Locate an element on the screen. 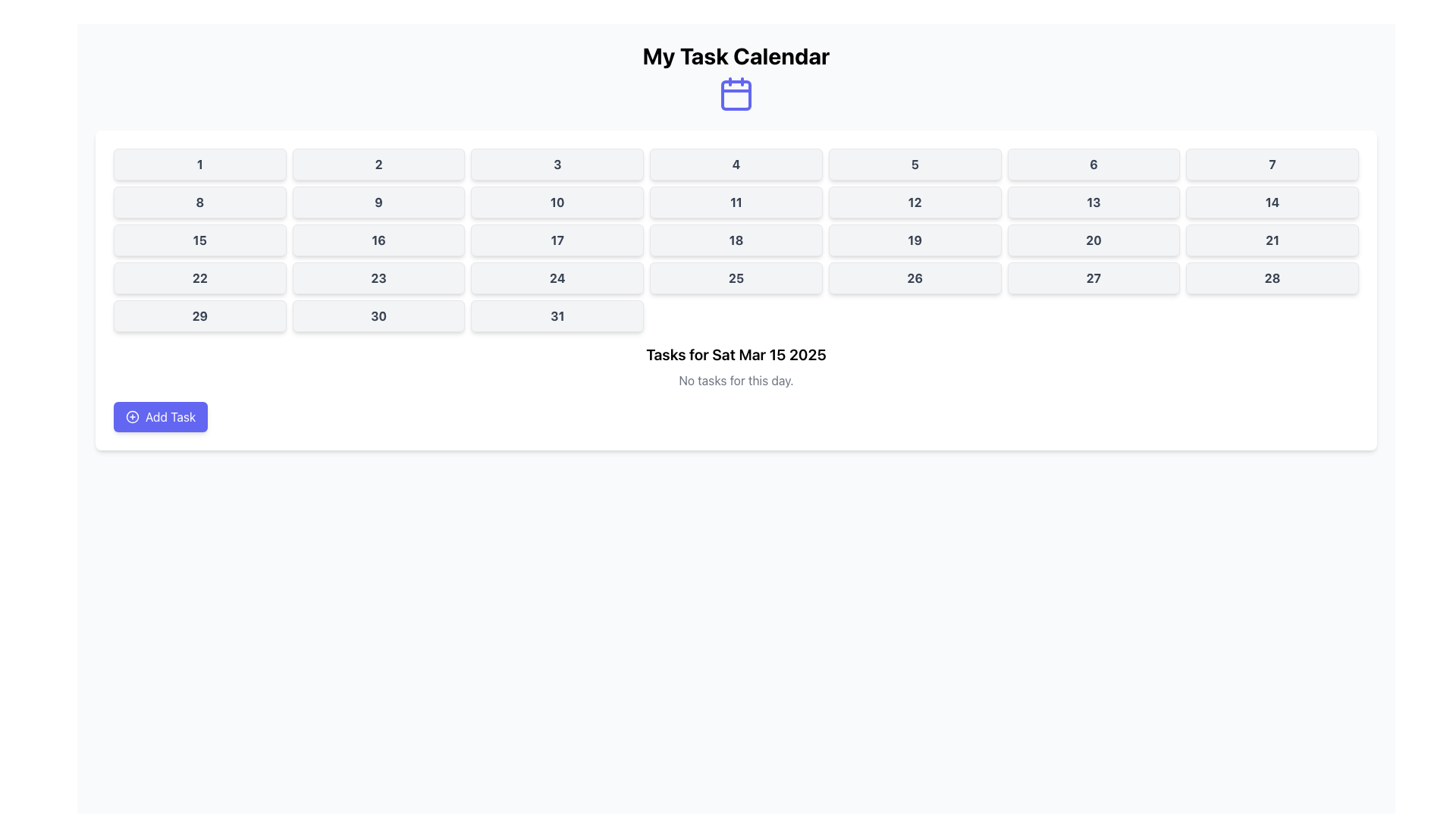 This screenshot has height=819, width=1456. the button representing the 22nd day in the monthly calendar view is located at coordinates (199, 278).